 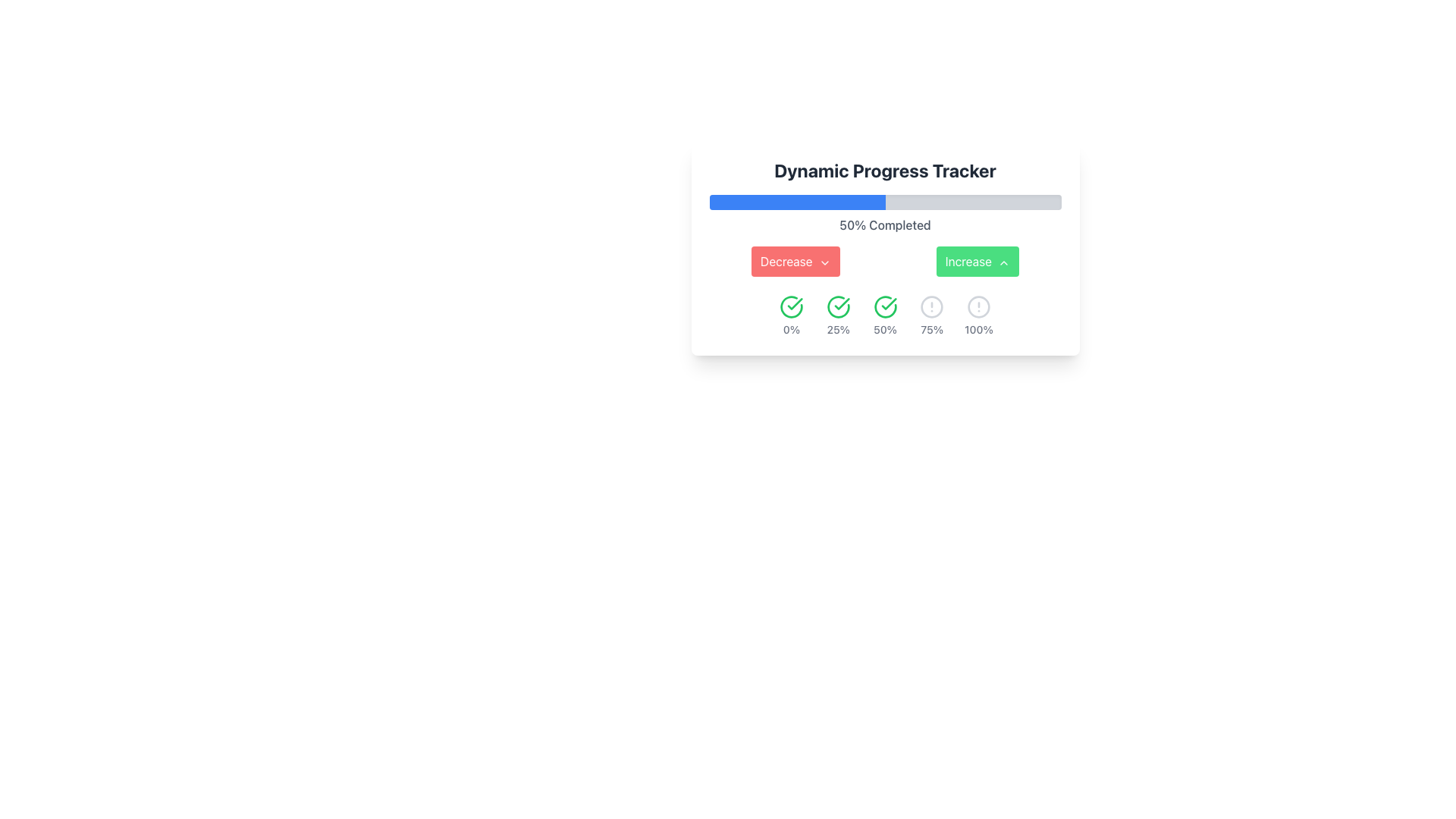 I want to click on the '75%' status indicator icon in the progress tracker, which is the fourth of five markers in a horizontal row, so click(x=931, y=307).